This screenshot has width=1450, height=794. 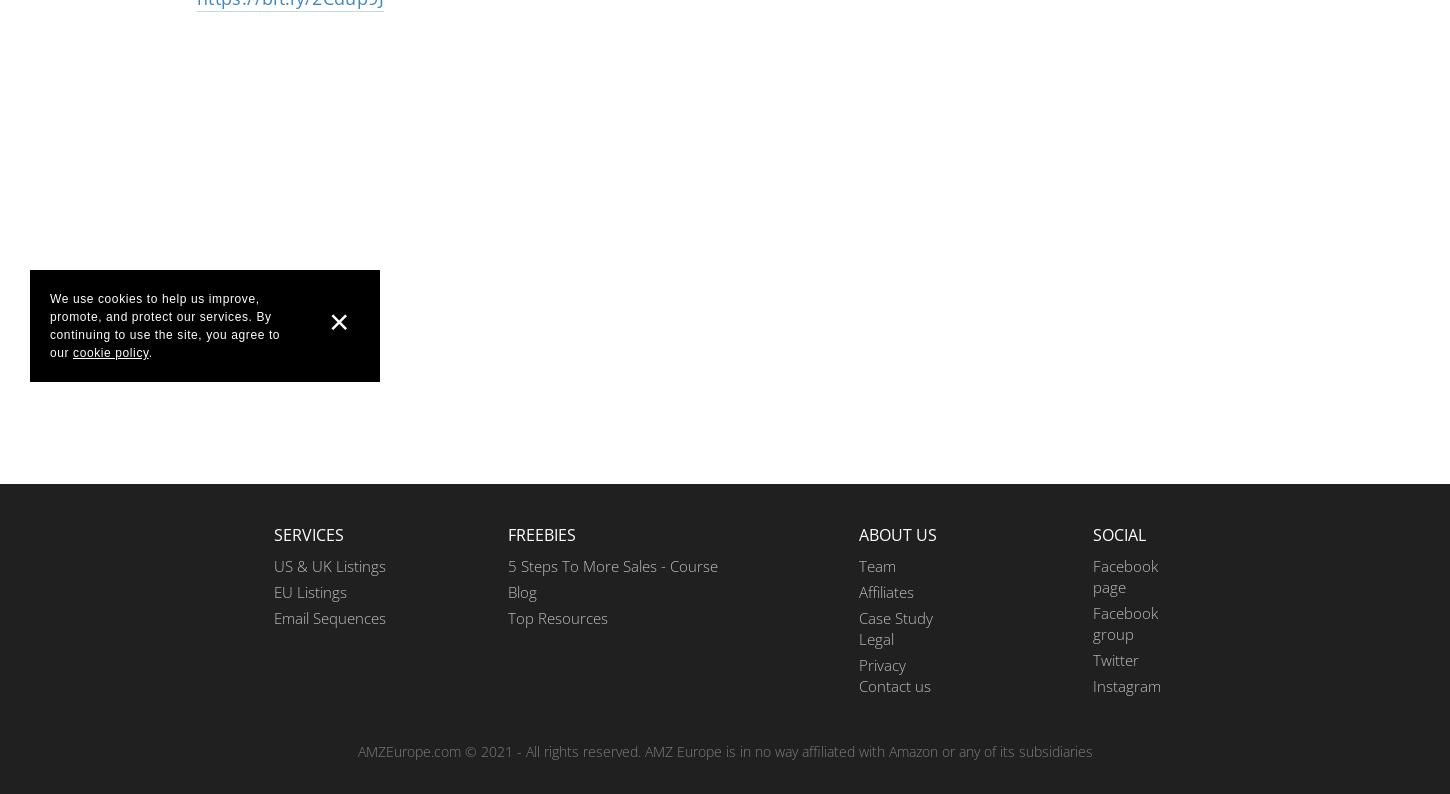 What do you see at coordinates (557, 617) in the screenshot?
I see `'Top Resources'` at bounding box center [557, 617].